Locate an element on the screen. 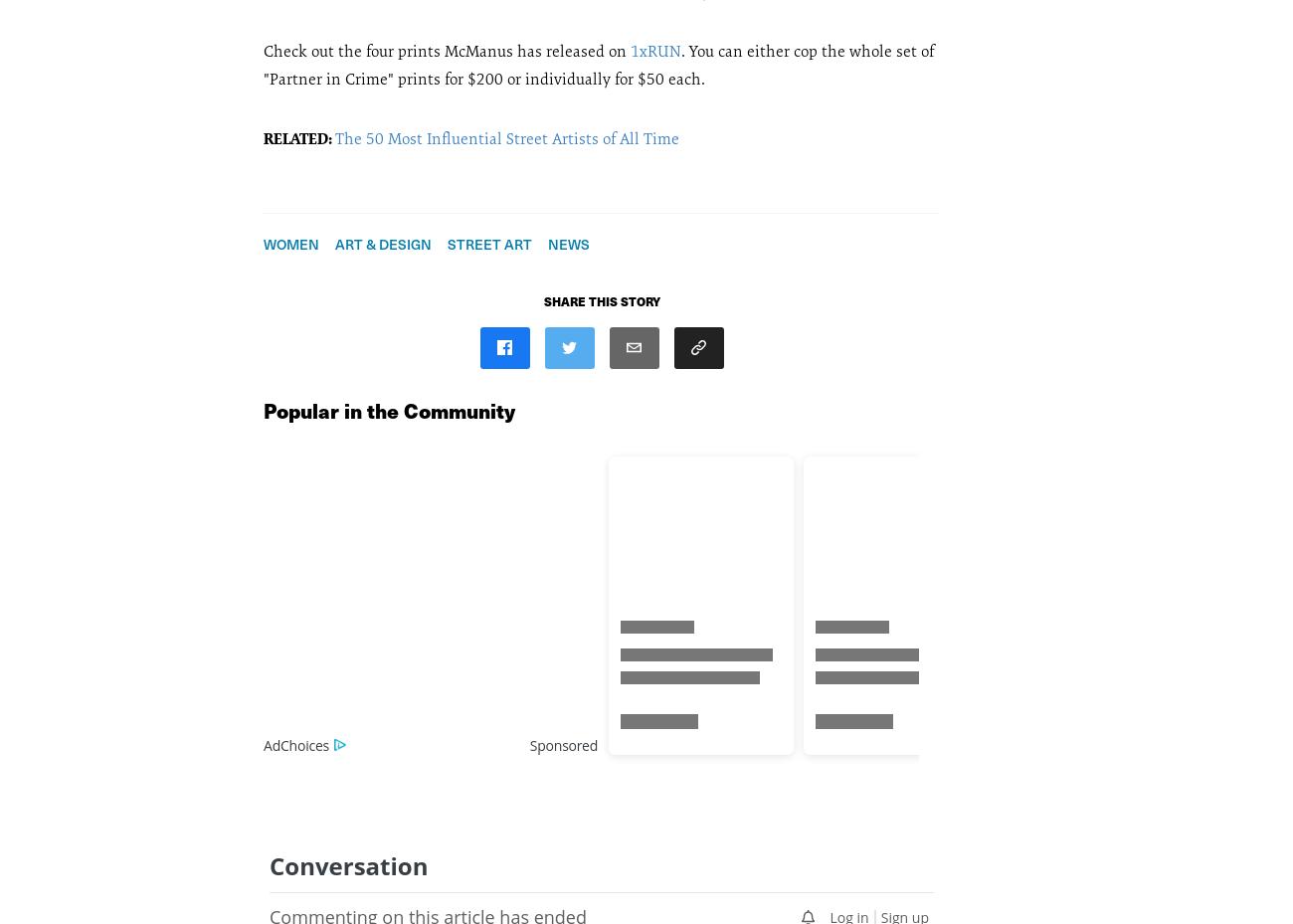 Image resolution: width=1293 pixels, height=924 pixels. 'Art & Design' is located at coordinates (383, 242).